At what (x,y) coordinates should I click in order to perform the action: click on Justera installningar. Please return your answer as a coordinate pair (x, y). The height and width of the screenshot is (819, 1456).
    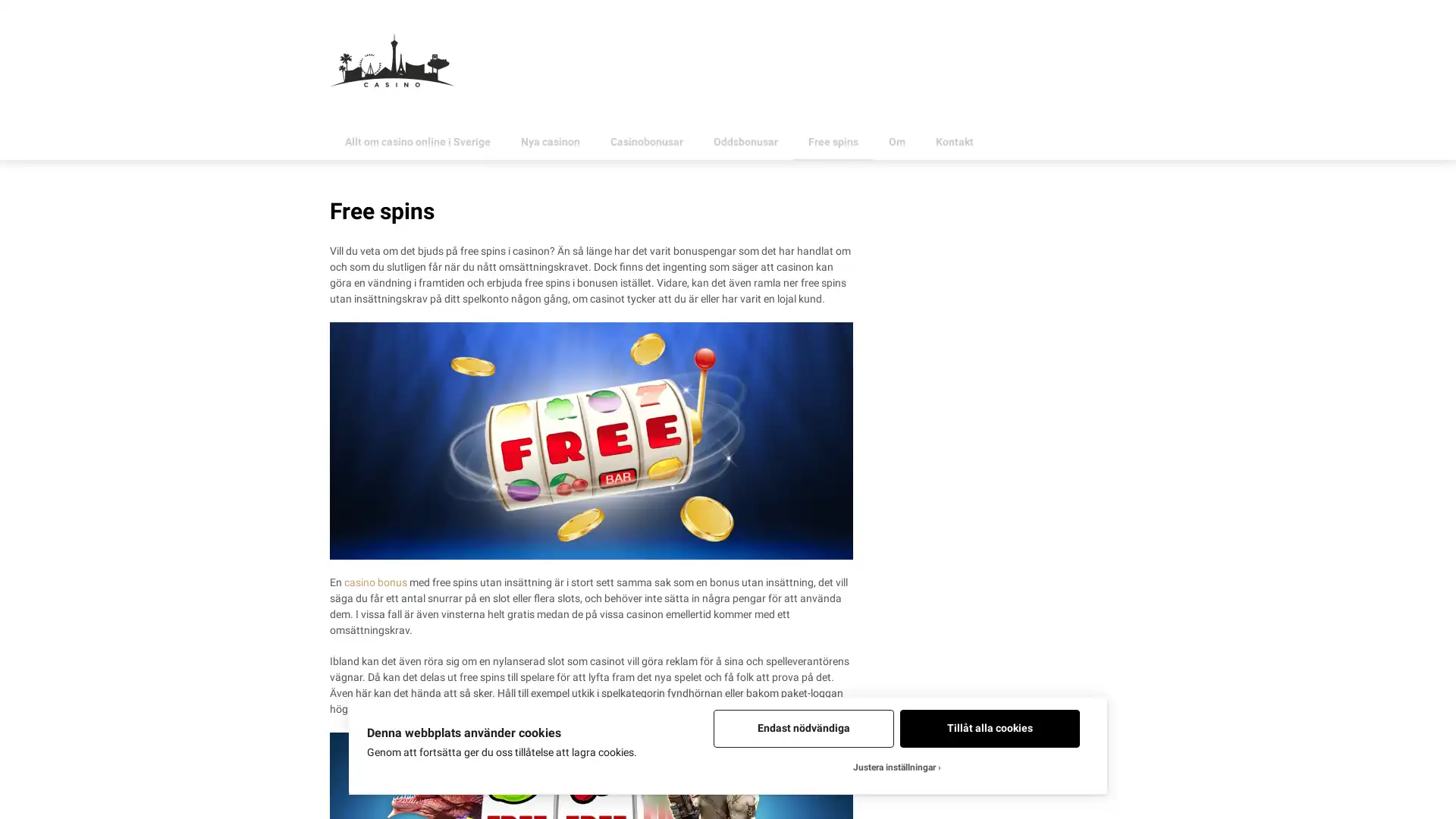
    Looking at the image, I should click on (896, 767).